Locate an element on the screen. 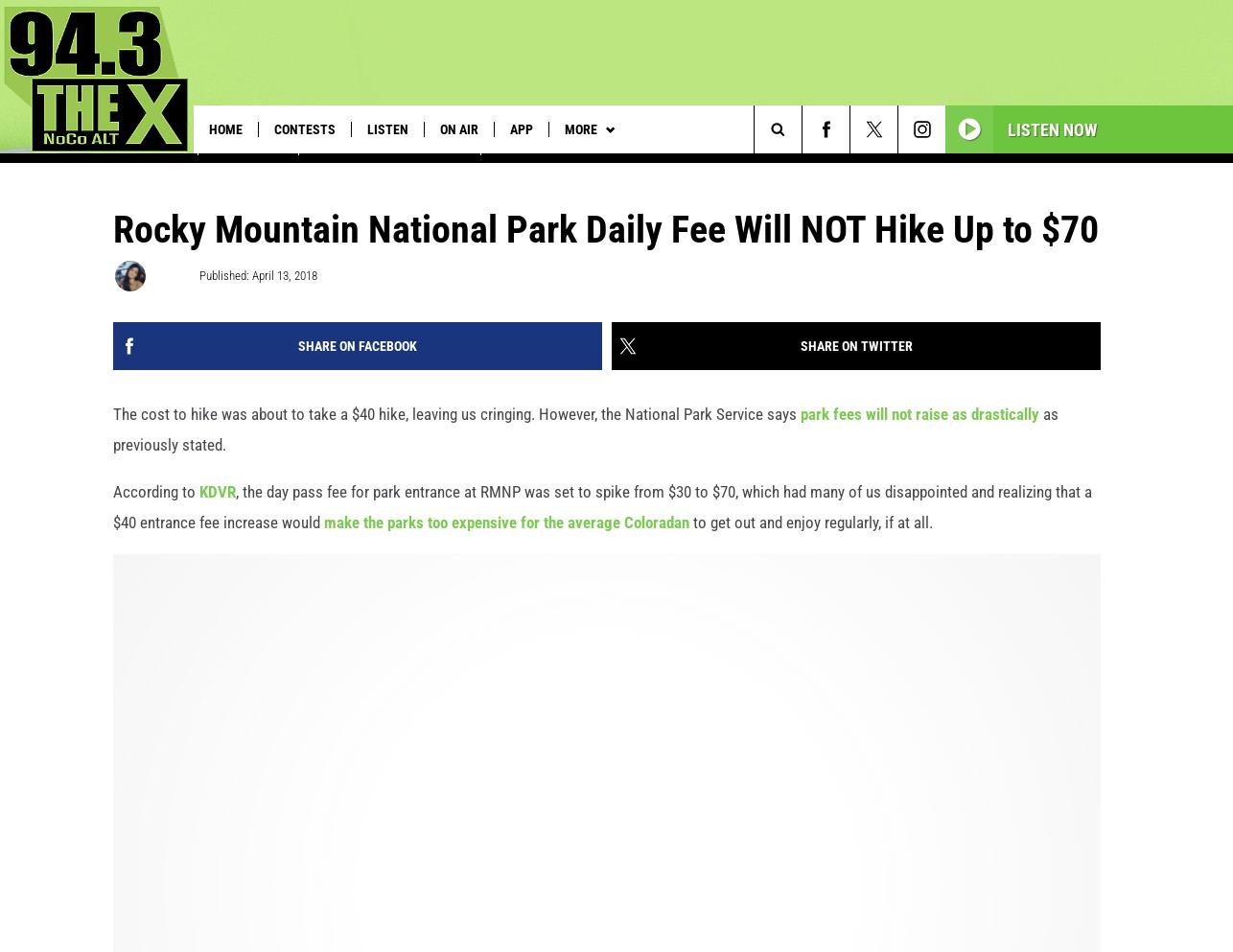  'as previously stated.' is located at coordinates (584, 449).